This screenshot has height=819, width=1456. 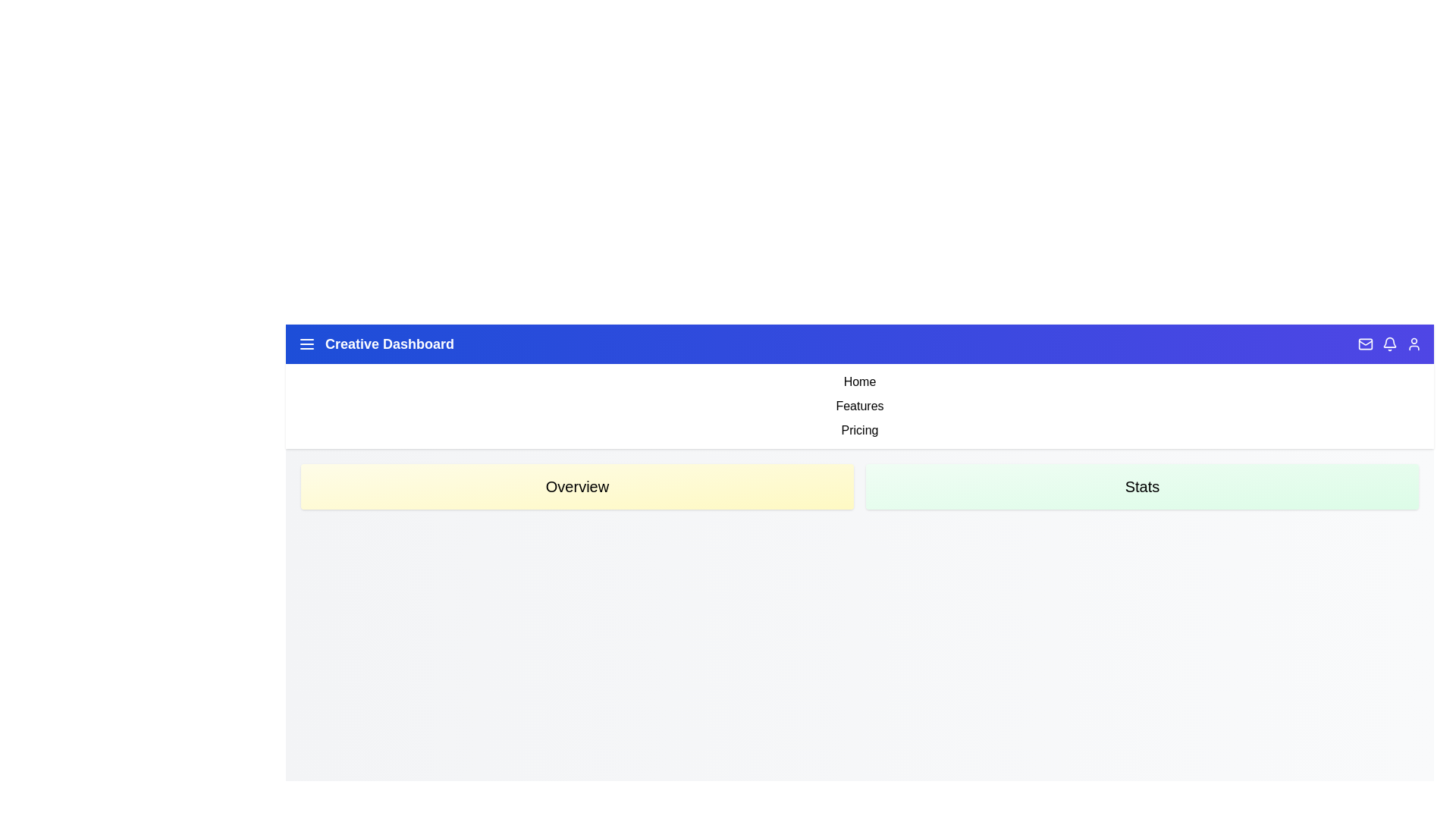 What do you see at coordinates (1142, 486) in the screenshot?
I see `the 'Stats' section to explore it` at bounding box center [1142, 486].